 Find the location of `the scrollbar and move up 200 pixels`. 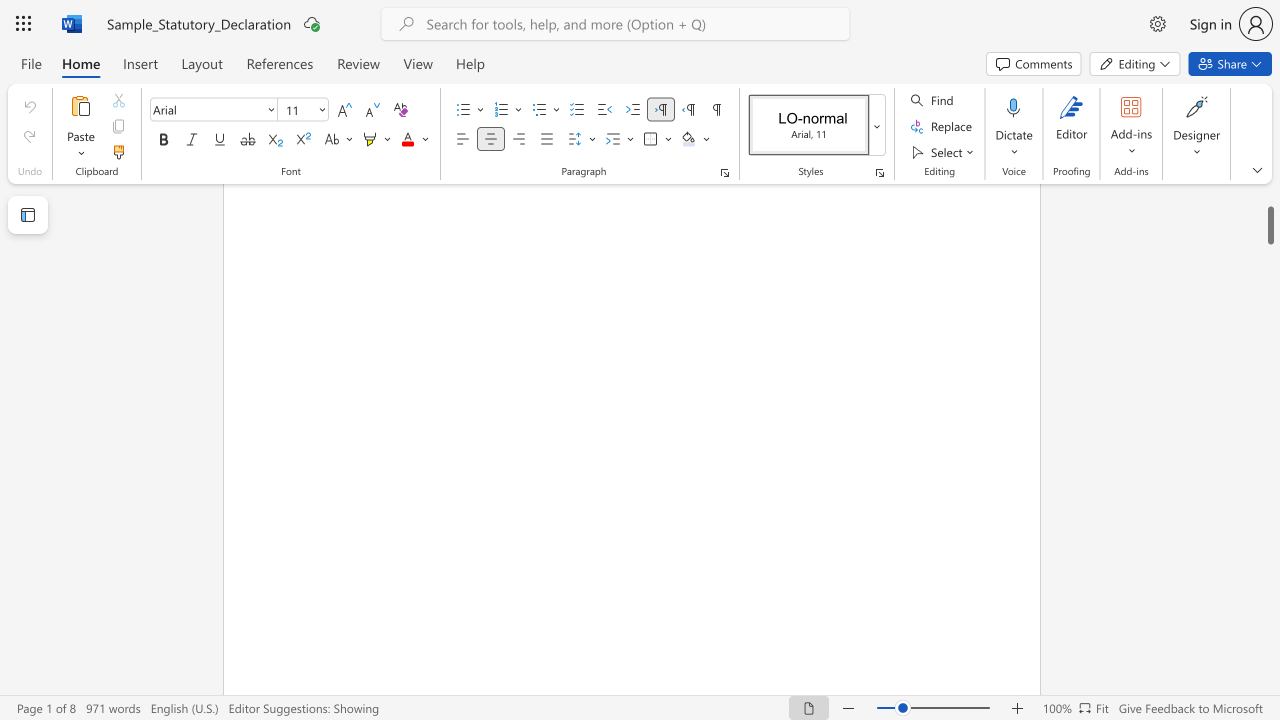

the scrollbar and move up 200 pixels is located at coordinates (1269, 216).